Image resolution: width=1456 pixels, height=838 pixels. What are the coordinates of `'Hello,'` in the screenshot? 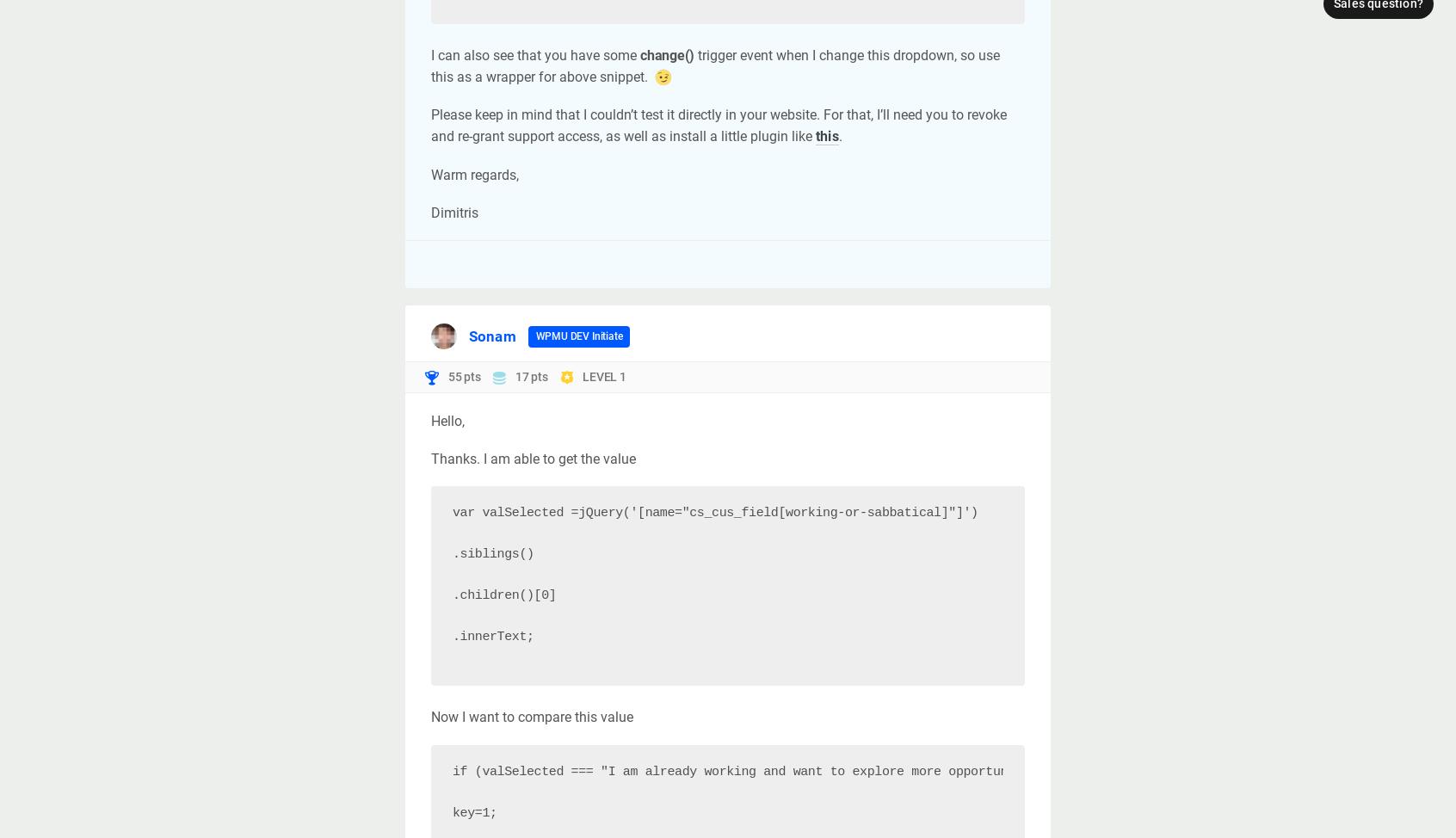 It's located at (447, 421).